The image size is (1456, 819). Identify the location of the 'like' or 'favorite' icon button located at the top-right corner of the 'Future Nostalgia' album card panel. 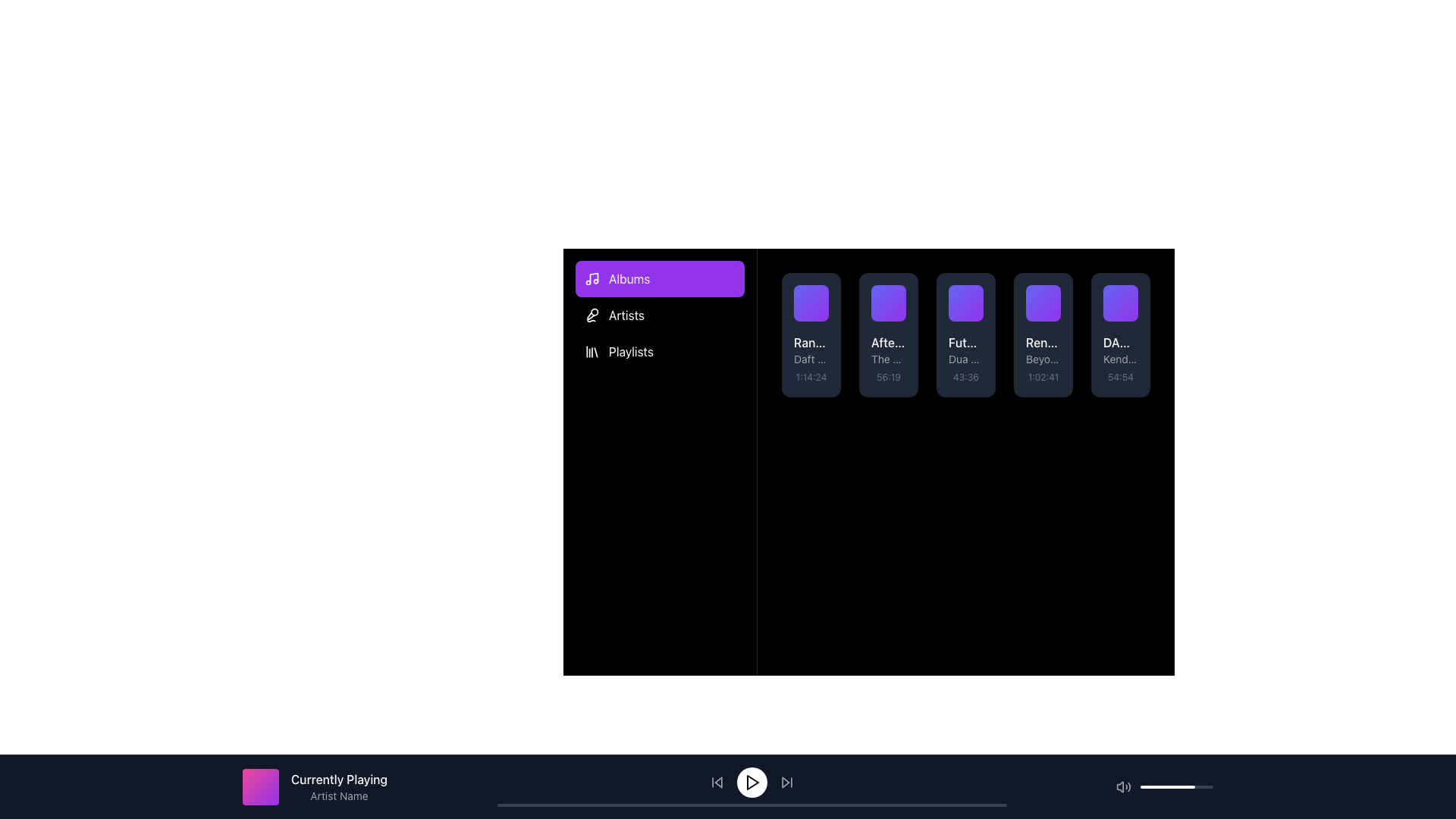
(974, 294).